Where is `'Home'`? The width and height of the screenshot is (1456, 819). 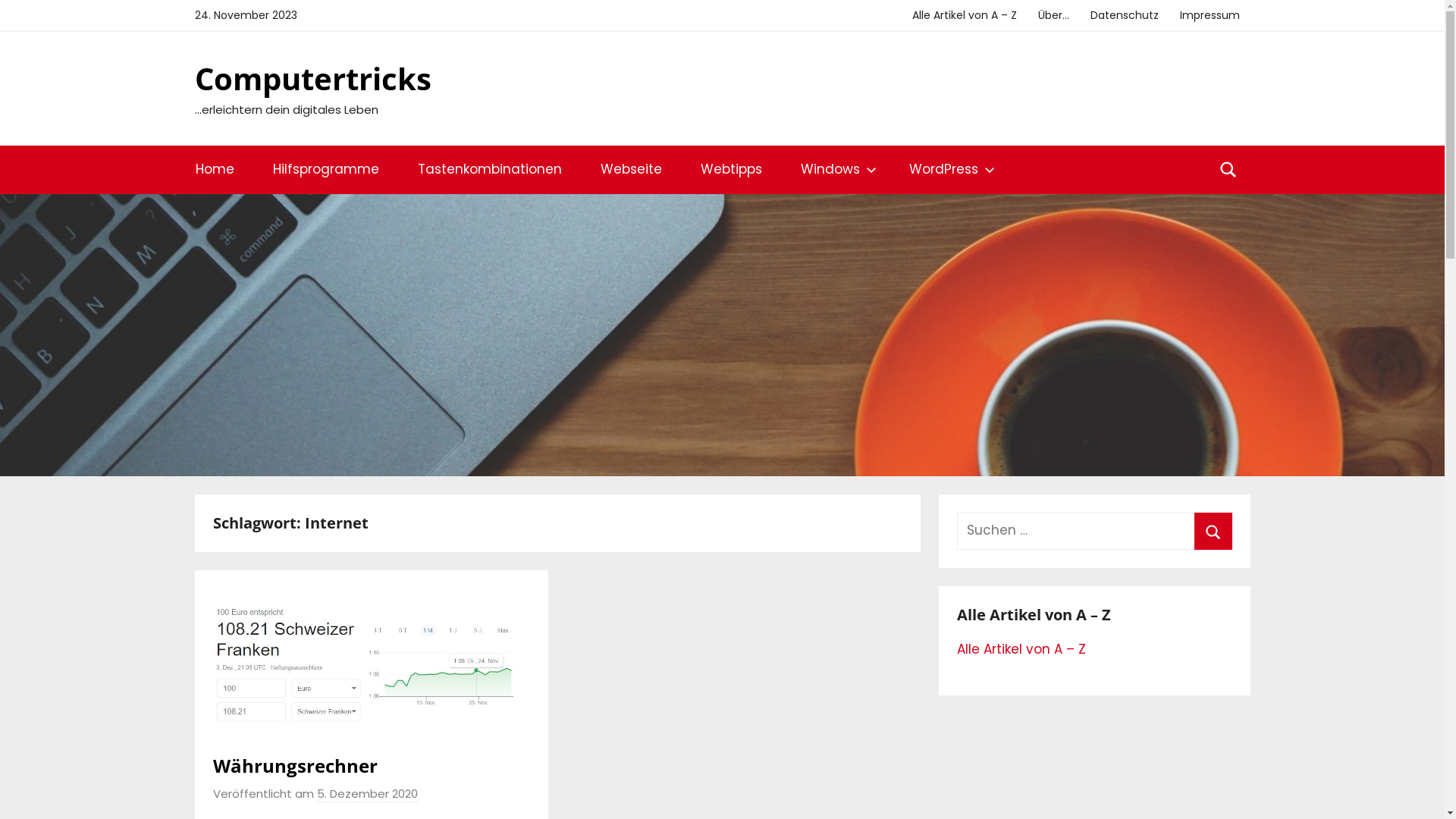
'Home' is located at coordinates (214, 169).